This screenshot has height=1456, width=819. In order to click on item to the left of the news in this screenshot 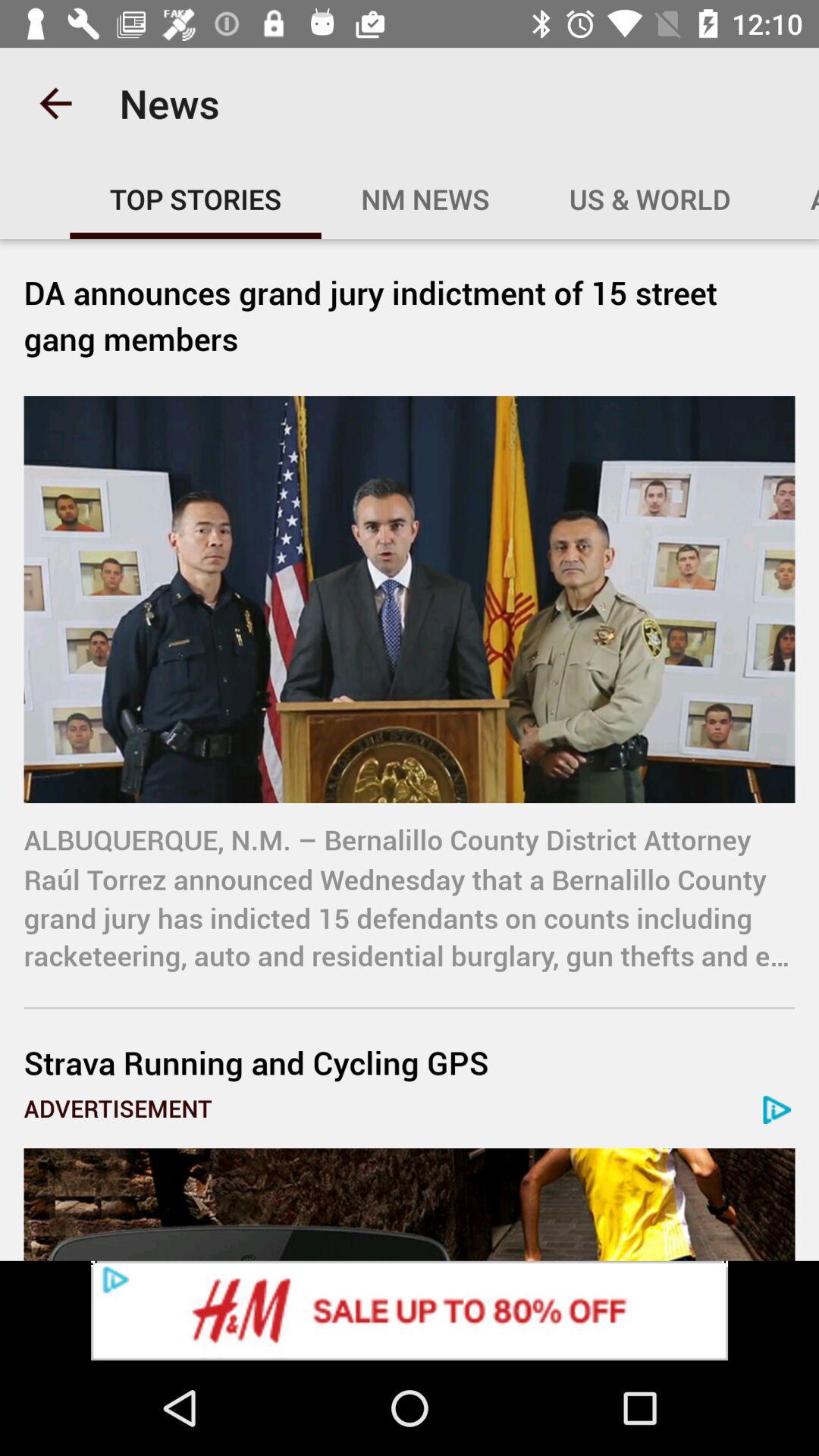, I will do `click(55, 102)`.